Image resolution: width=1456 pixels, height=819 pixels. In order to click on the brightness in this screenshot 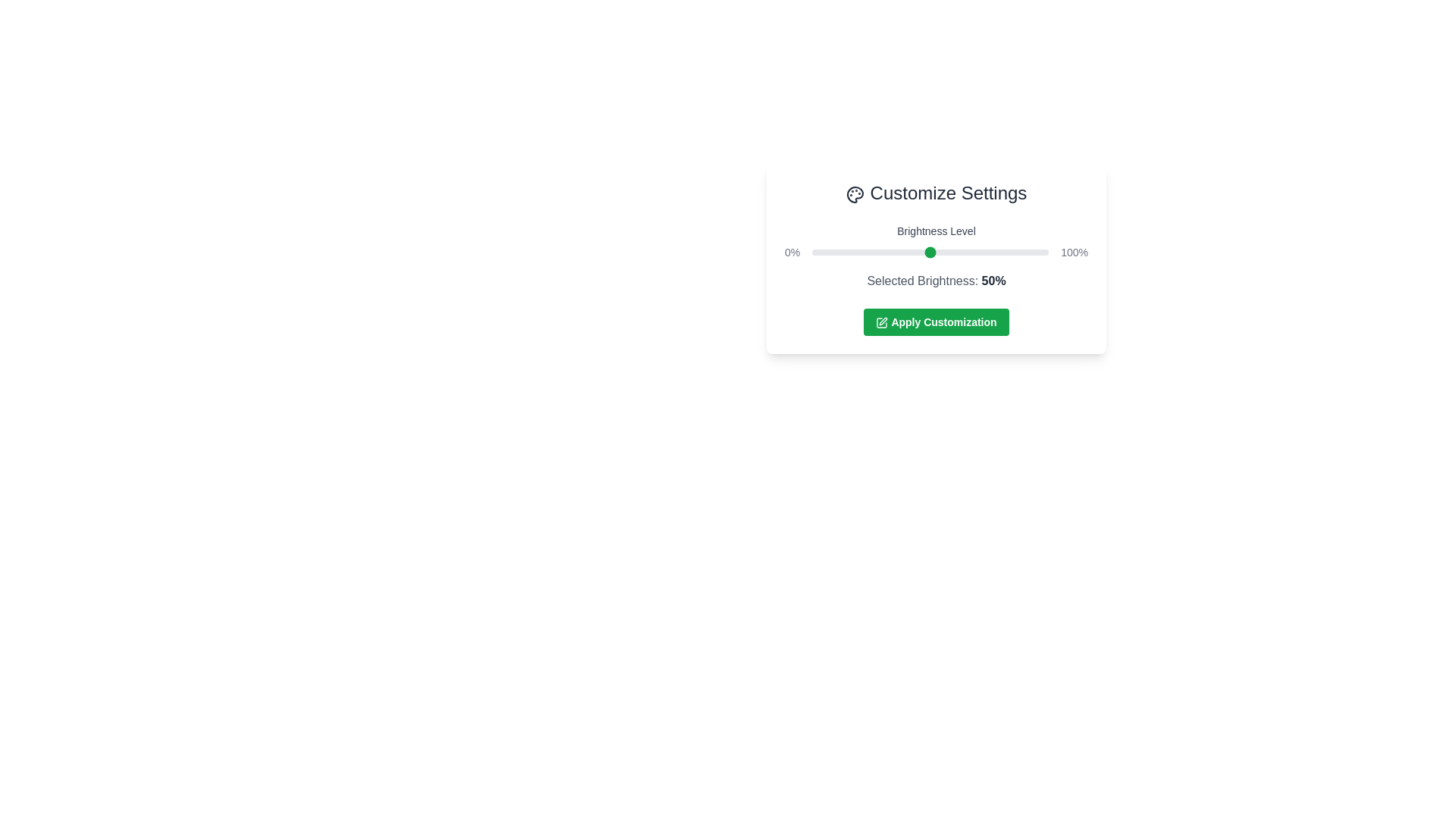, I will do `click(915, 251)`.